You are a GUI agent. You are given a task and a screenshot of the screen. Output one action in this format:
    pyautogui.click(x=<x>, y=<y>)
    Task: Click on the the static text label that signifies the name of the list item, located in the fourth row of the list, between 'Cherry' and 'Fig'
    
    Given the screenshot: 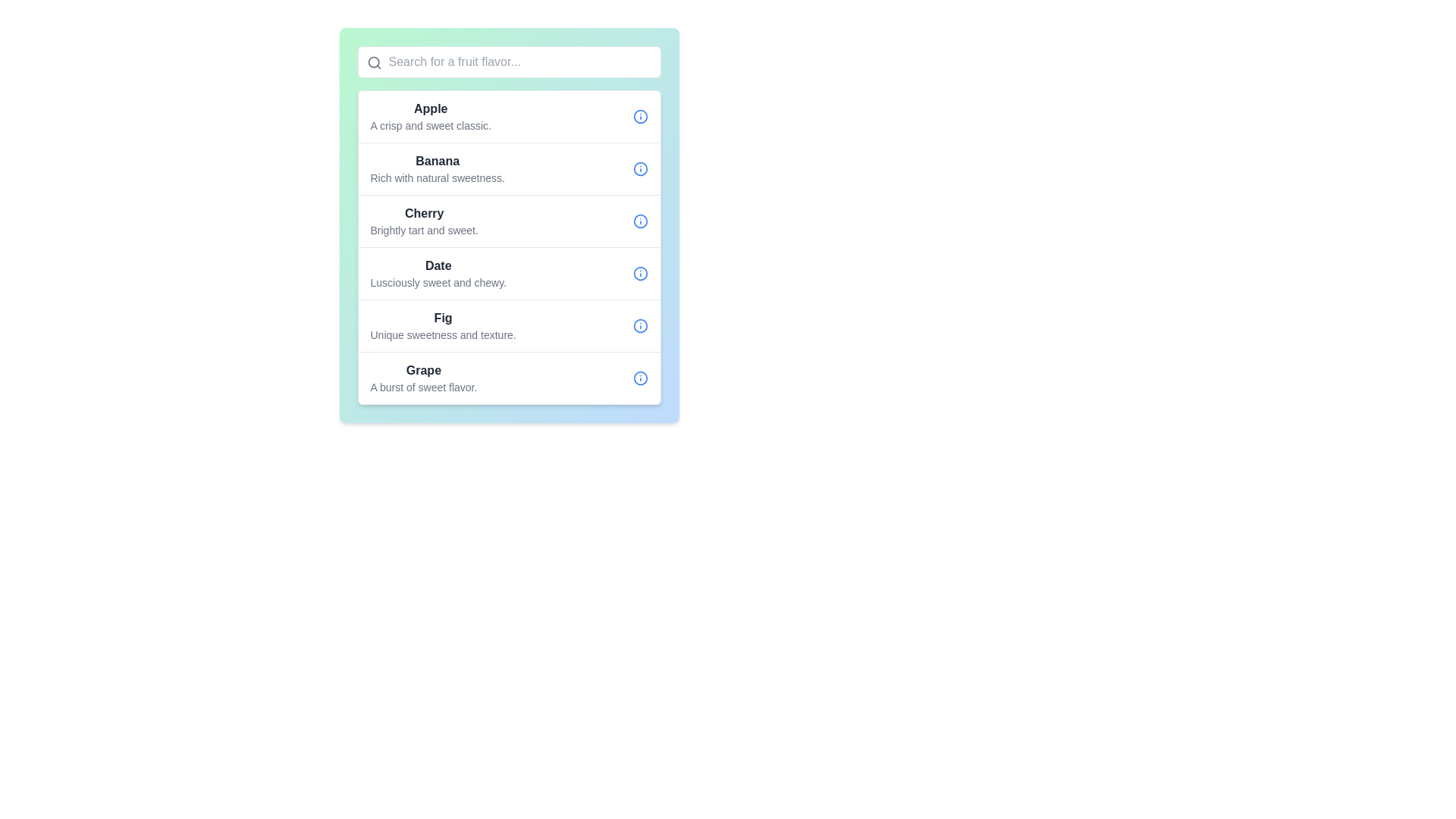 What is the action you would take?
    pyautogui.click(x=438, y=265)
    